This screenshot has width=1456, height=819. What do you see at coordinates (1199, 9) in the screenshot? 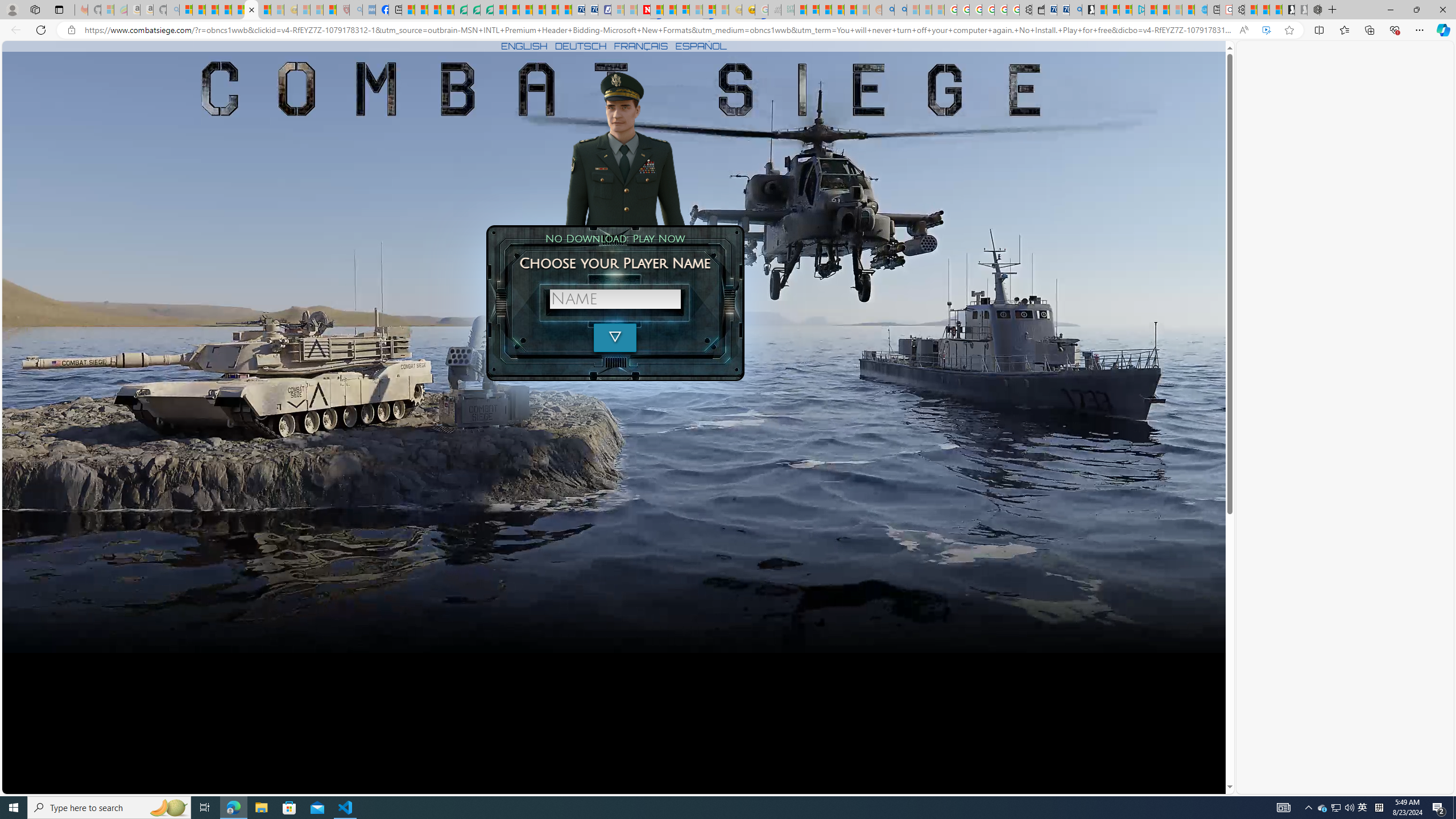
I see `'Home | Sky Blue Bikes - Sky Blue Bikes'` at bounding box center [1199, 9].